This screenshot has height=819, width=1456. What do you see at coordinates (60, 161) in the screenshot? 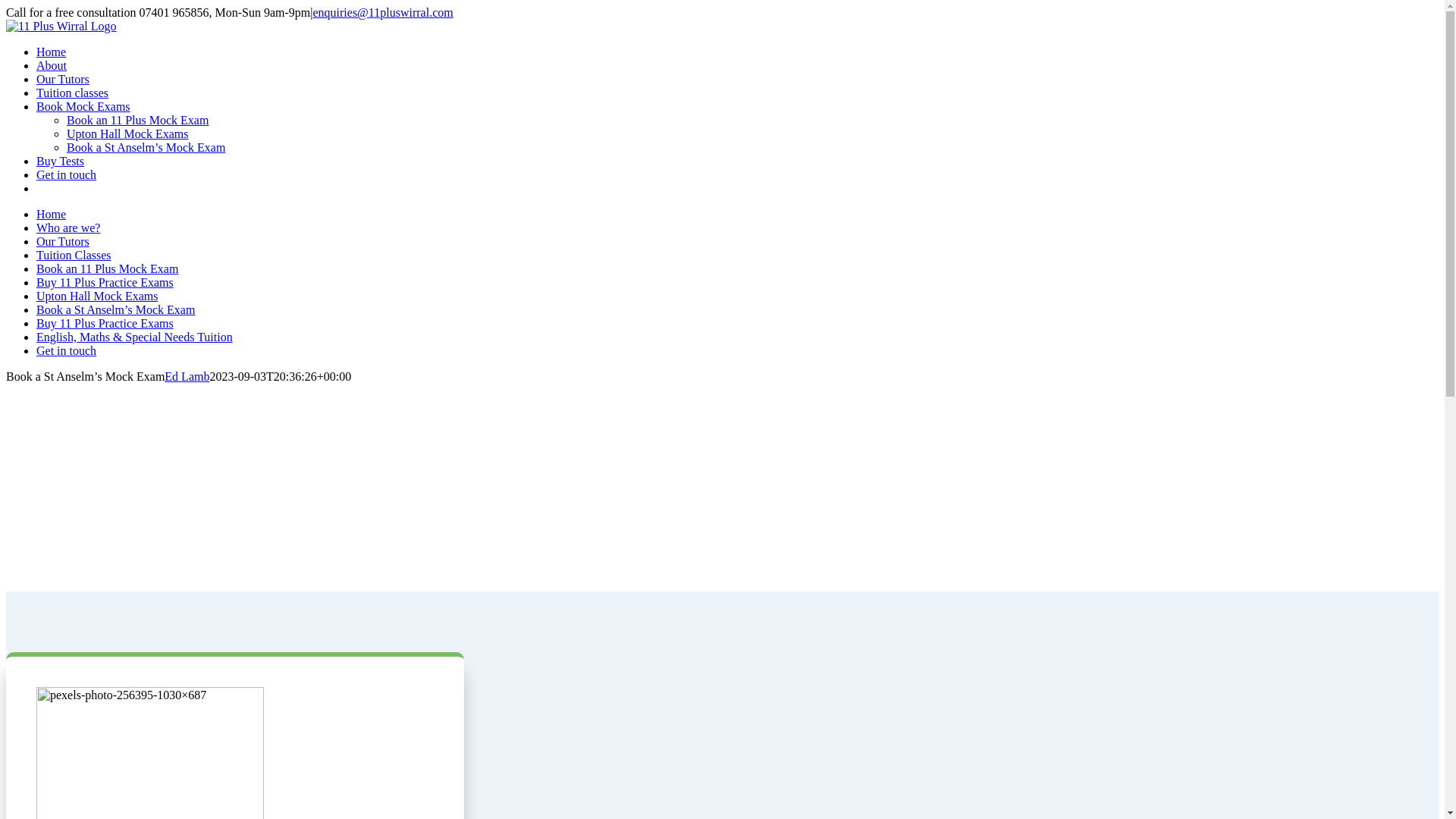
I see `'Buy Tests'` at bounding box center [60, 161].